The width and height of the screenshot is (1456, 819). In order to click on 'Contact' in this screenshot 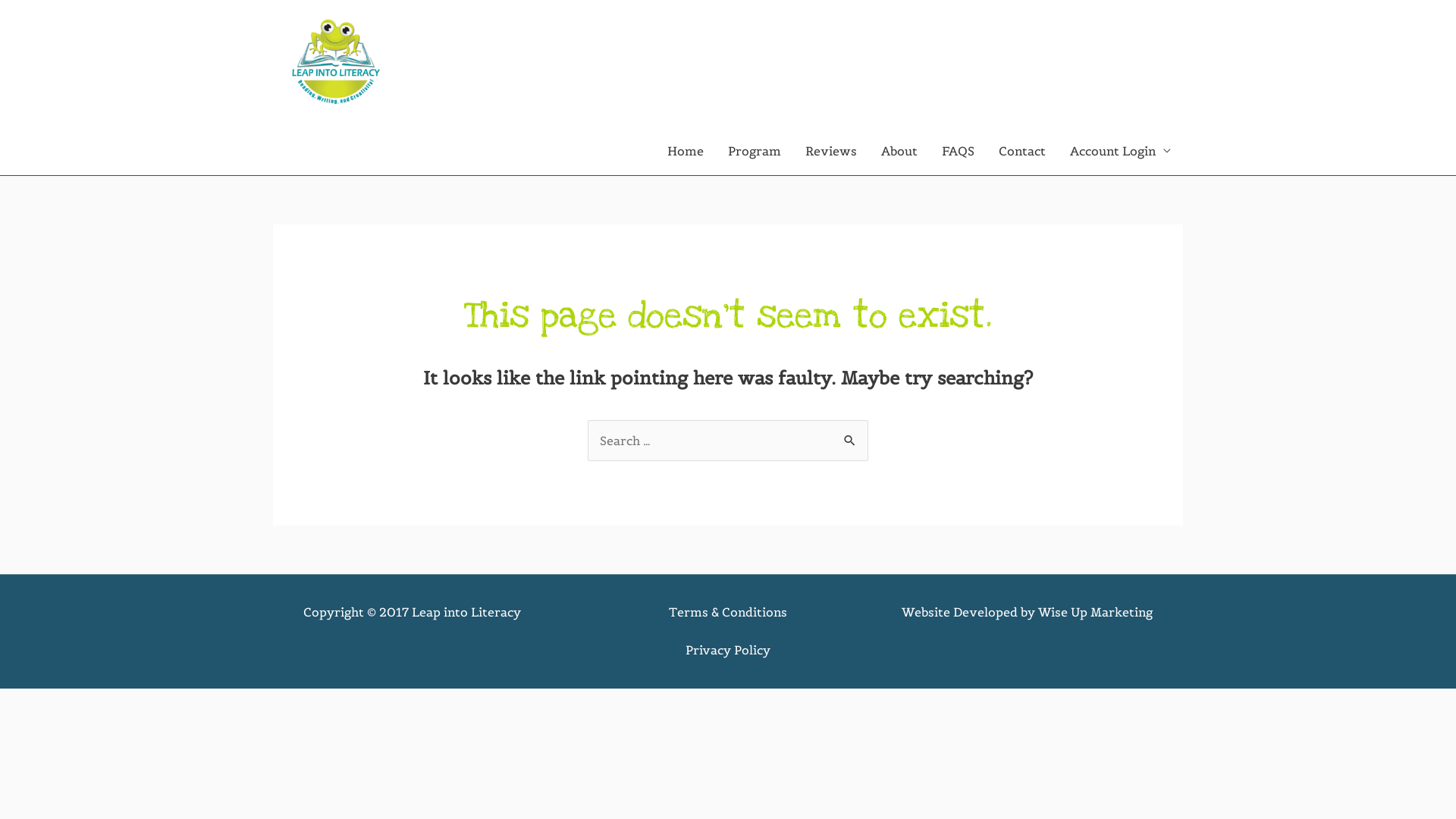, I will do `click(1022, 151)`.